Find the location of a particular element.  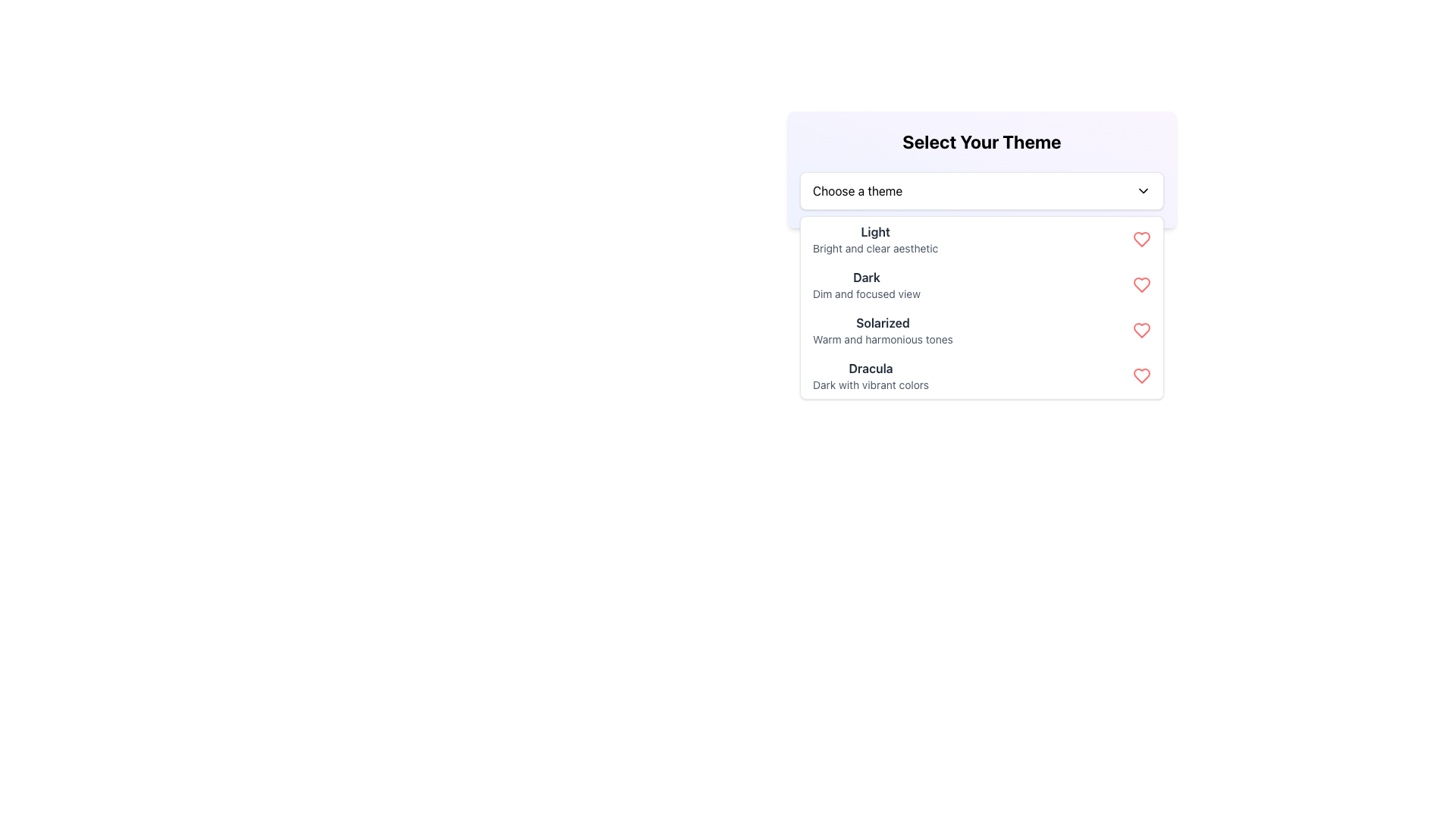

the first selectable theme option in the dropdown menu titled 'Select Your Theme' is located at coordinates (875, 239).